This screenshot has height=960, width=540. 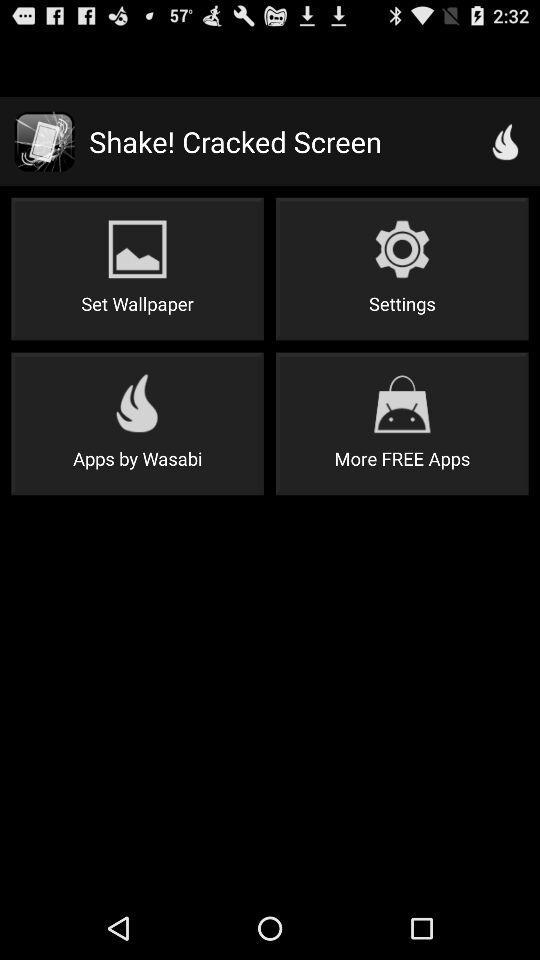 I want to click on the apps by wasabi, so click(x=136, y=423).